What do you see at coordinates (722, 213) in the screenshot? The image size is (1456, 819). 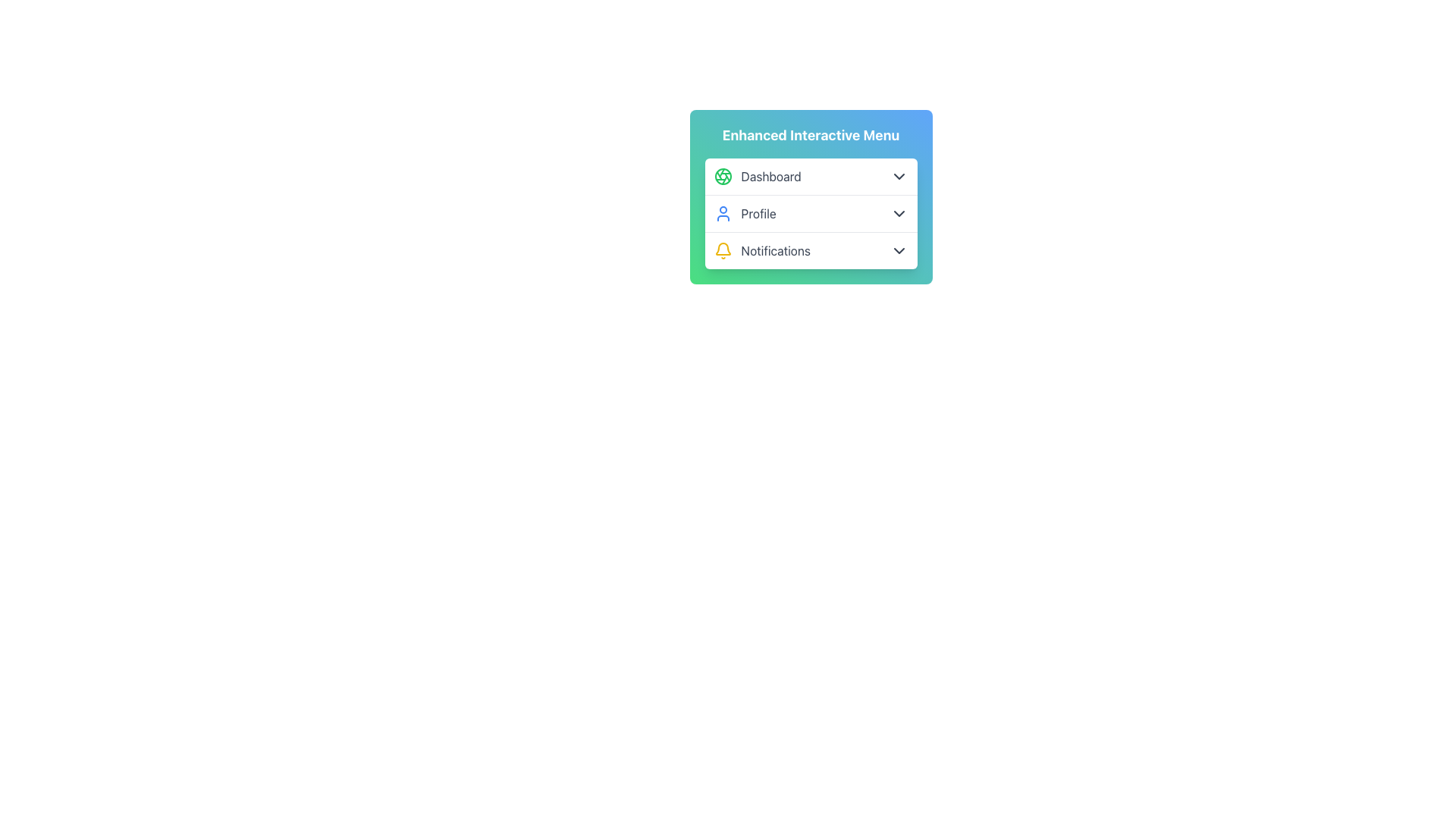 I see `the Profile icon located in the middle section of the menu to the left of the text label 'Profile'` at bounding box center [722, 213].